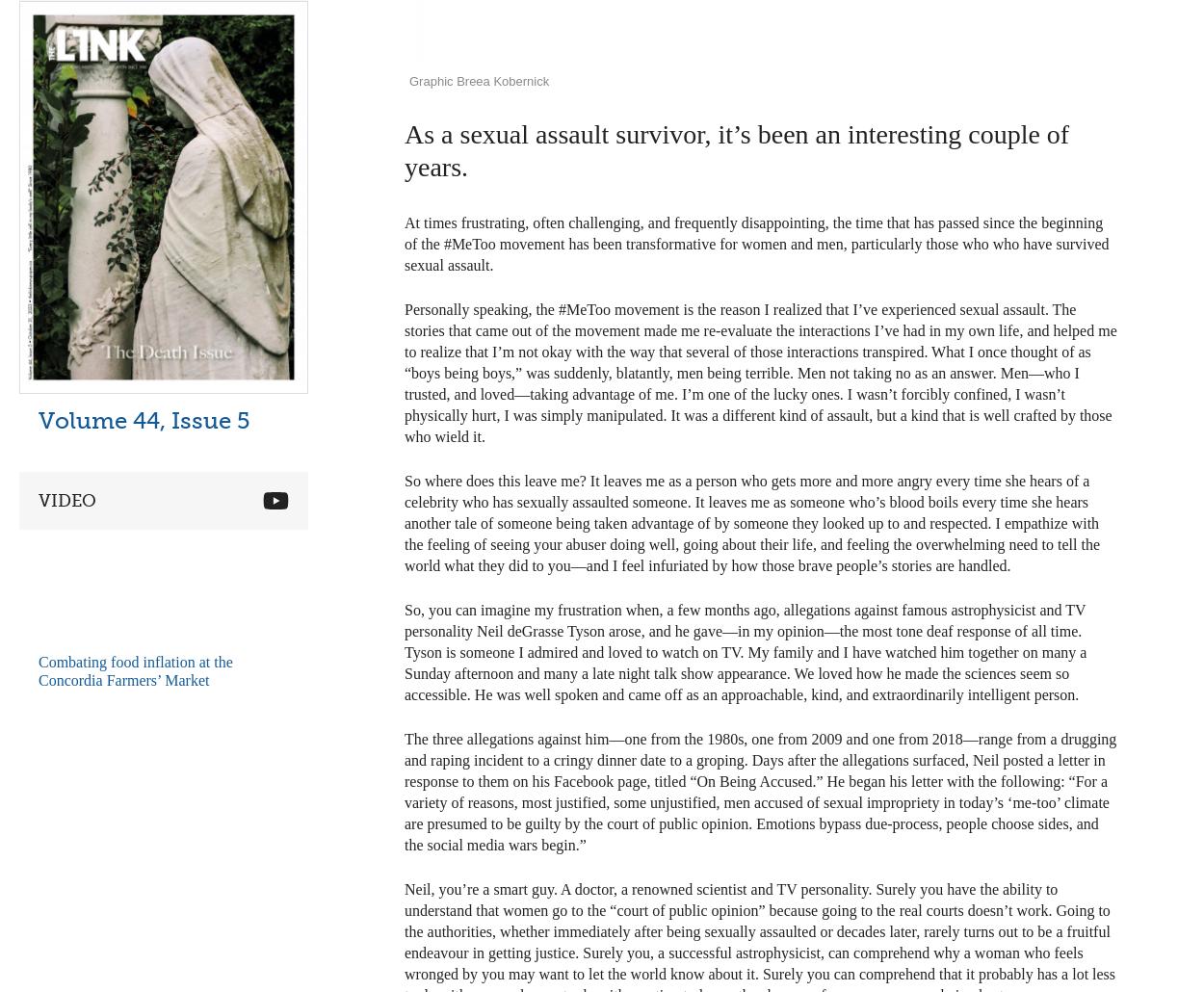  Describe the element at coordinates (66, 501) in the screenshot. I see `'Video'` at that location.